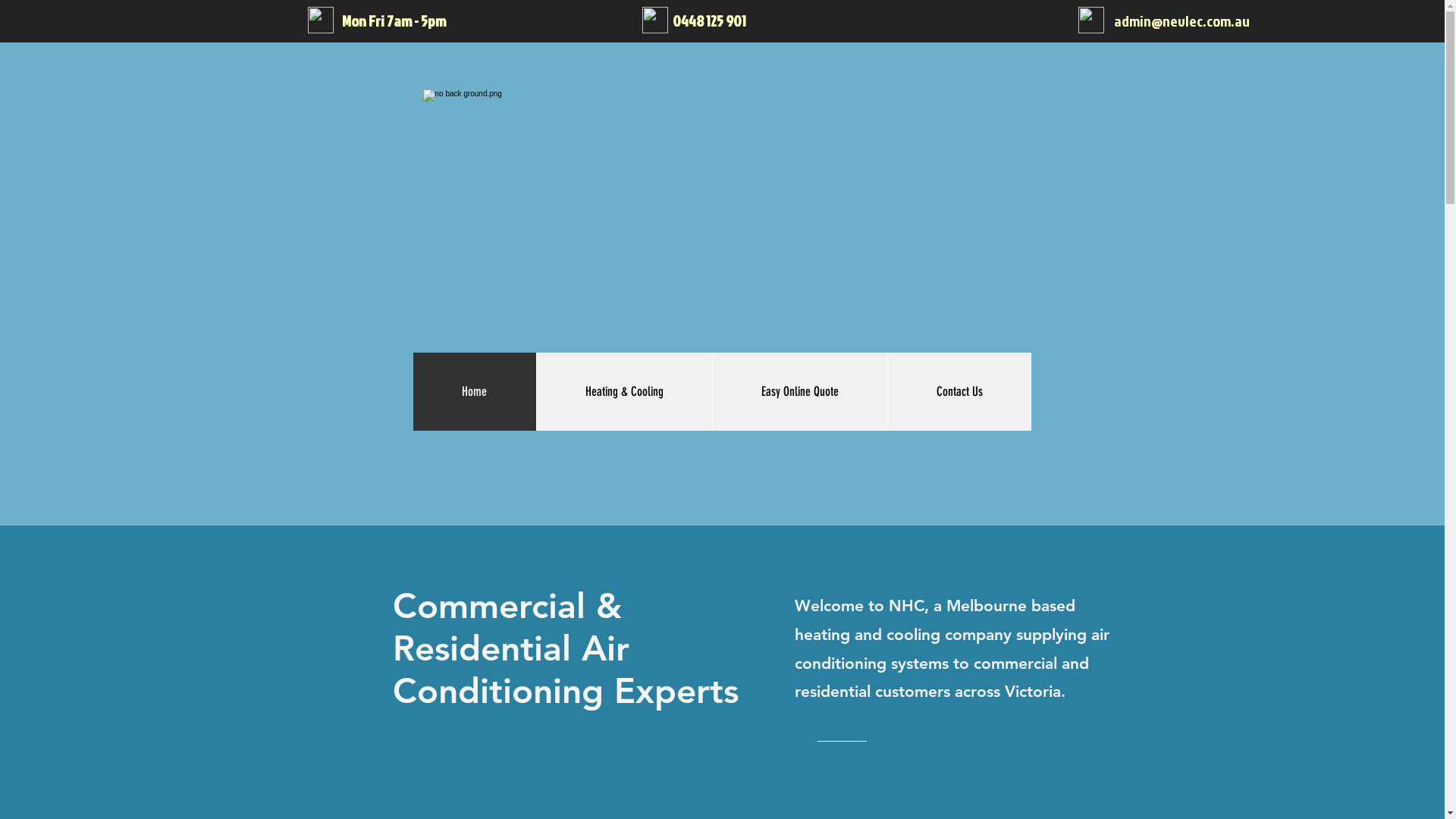 The width and height of the screenshot is (1456, 819). Describe the element at coordinates (1113, 20) in the screenshot. I see `'admin@nevlec.com.au'` at that location.